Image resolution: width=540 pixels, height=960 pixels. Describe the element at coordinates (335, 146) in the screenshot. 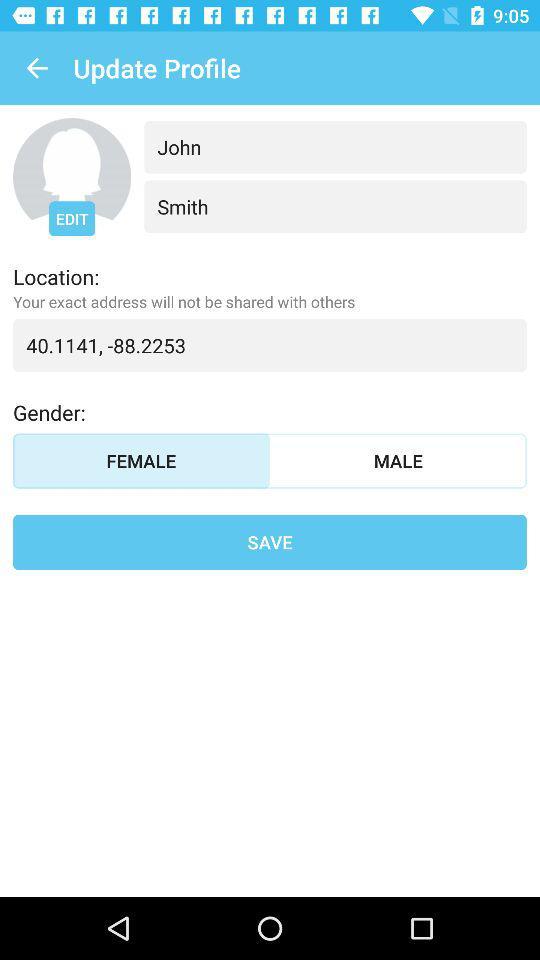

I see `the item below the update profile` at that location.